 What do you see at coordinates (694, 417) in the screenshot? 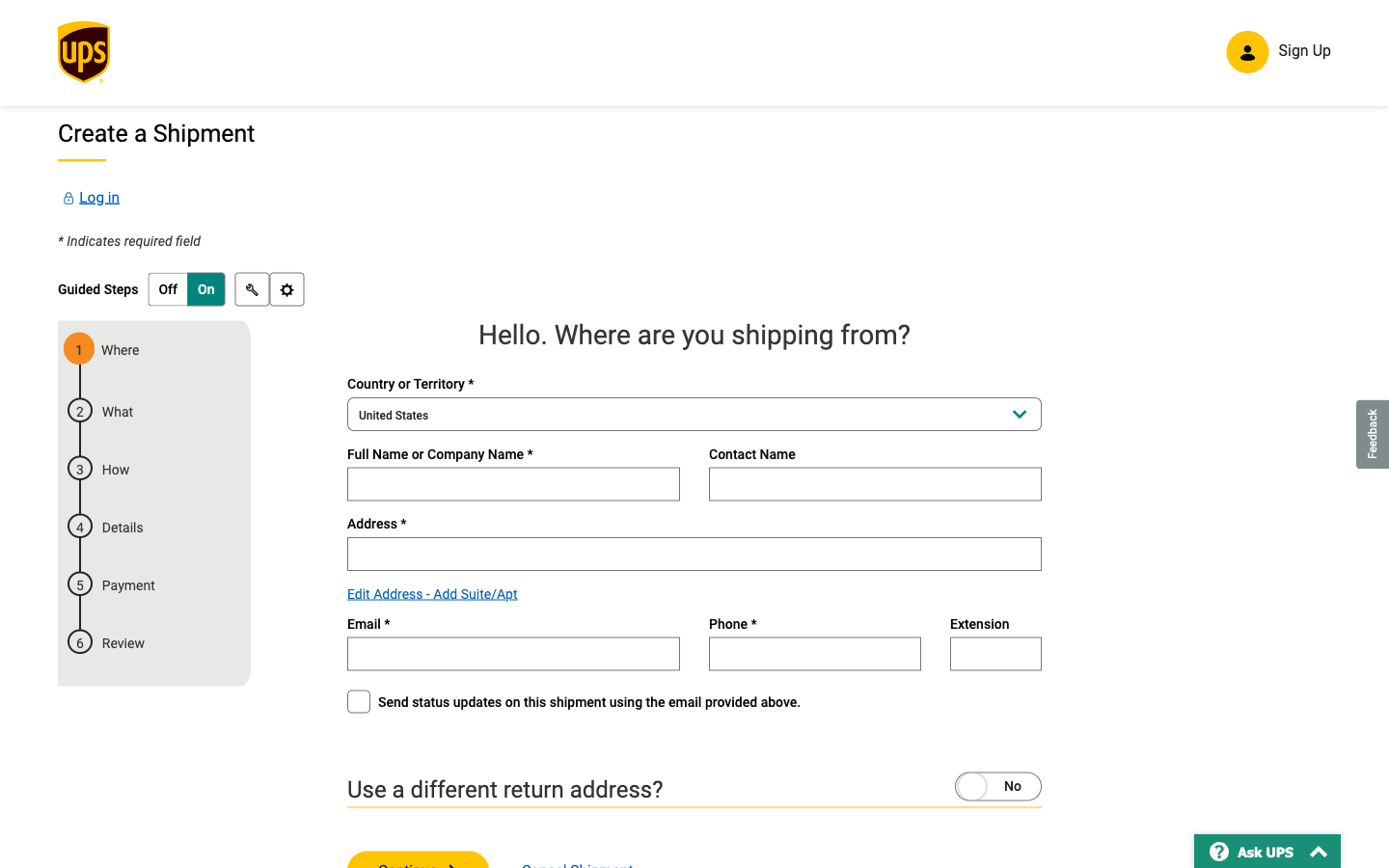
I see `Scroll down to see the options for the country or territory` at bounding box center [694, 417].